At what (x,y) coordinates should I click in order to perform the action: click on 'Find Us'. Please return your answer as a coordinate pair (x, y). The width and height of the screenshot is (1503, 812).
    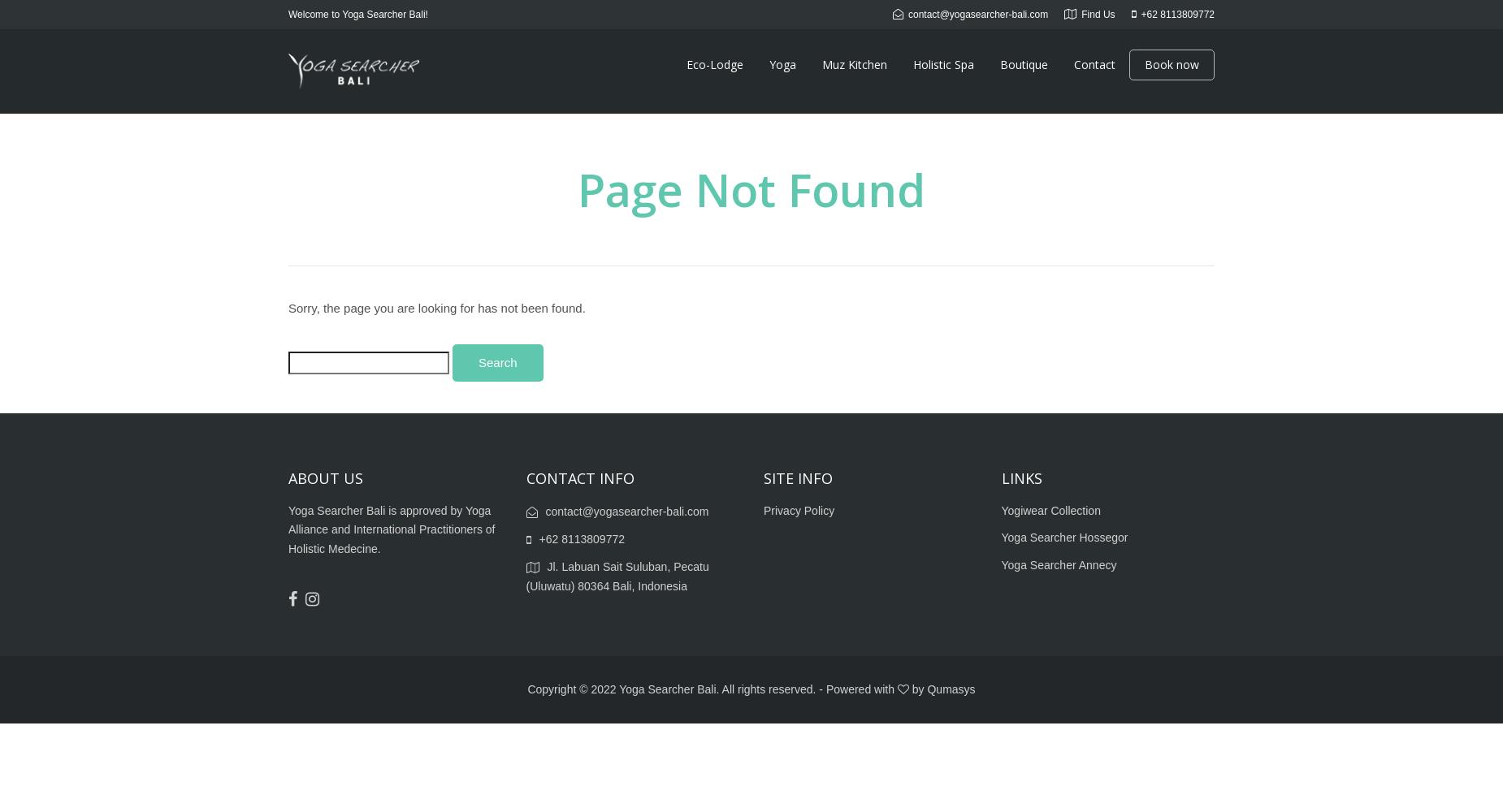
    Looking at the image, I should click on (1097, 15).